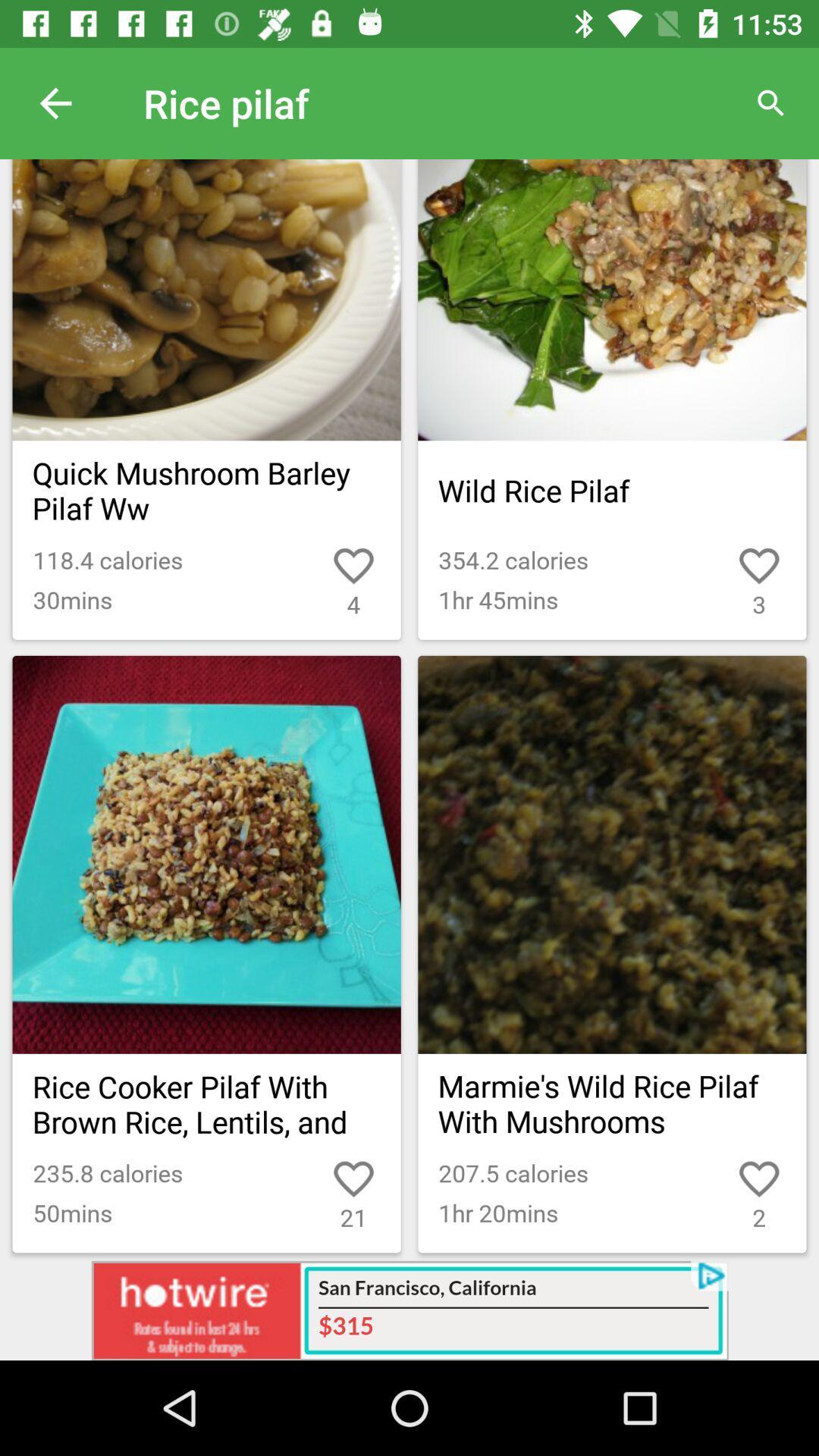 This screenshot has height=1456, width=819. Describe the element at coordinates (771, 103) in the screenshot. I see `search bar below time` at that location.